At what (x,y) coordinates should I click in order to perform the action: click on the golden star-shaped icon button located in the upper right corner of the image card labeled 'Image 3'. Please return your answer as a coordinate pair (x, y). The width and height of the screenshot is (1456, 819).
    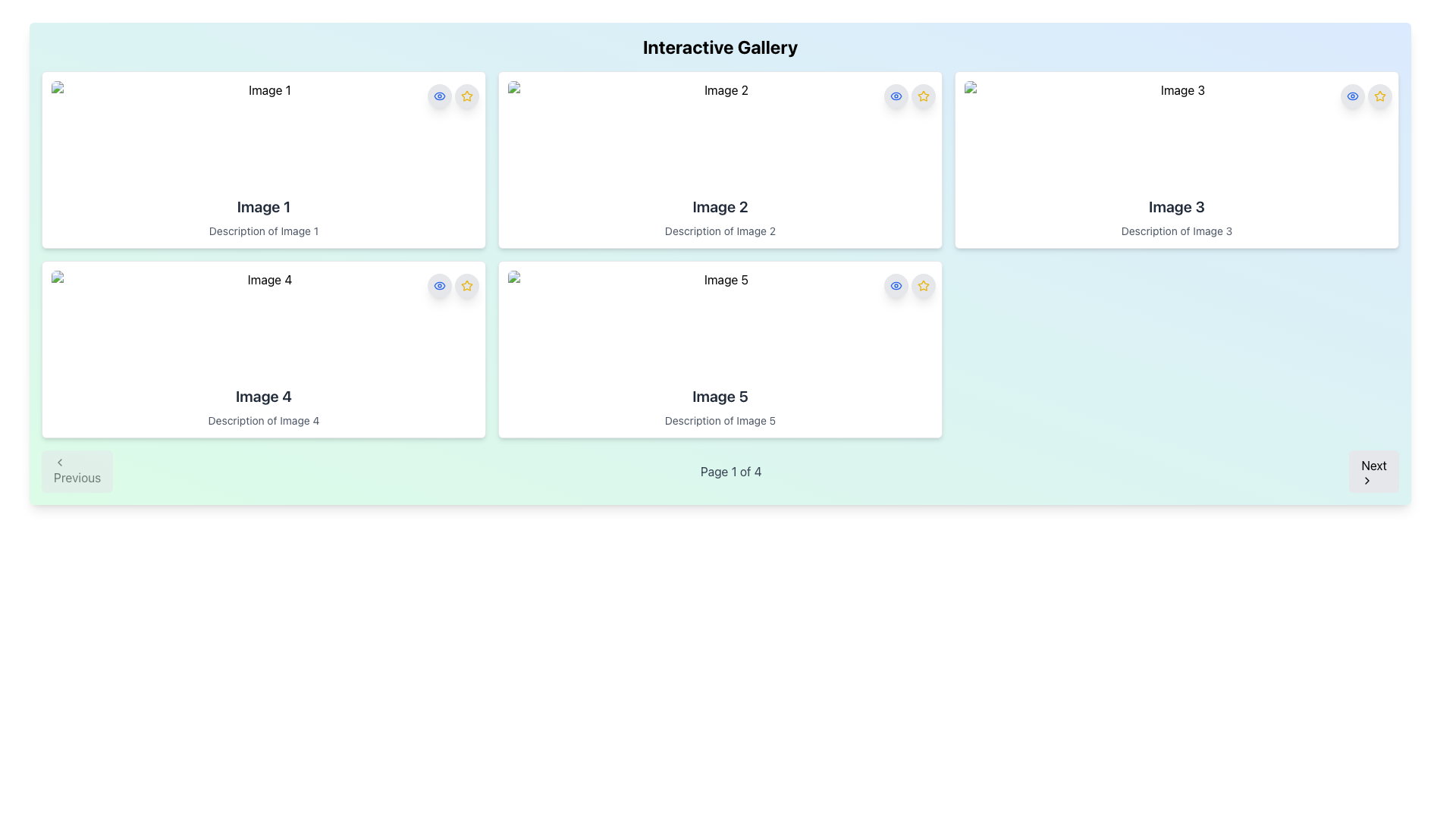
    Looking at the image, I should click on (1379, 96).